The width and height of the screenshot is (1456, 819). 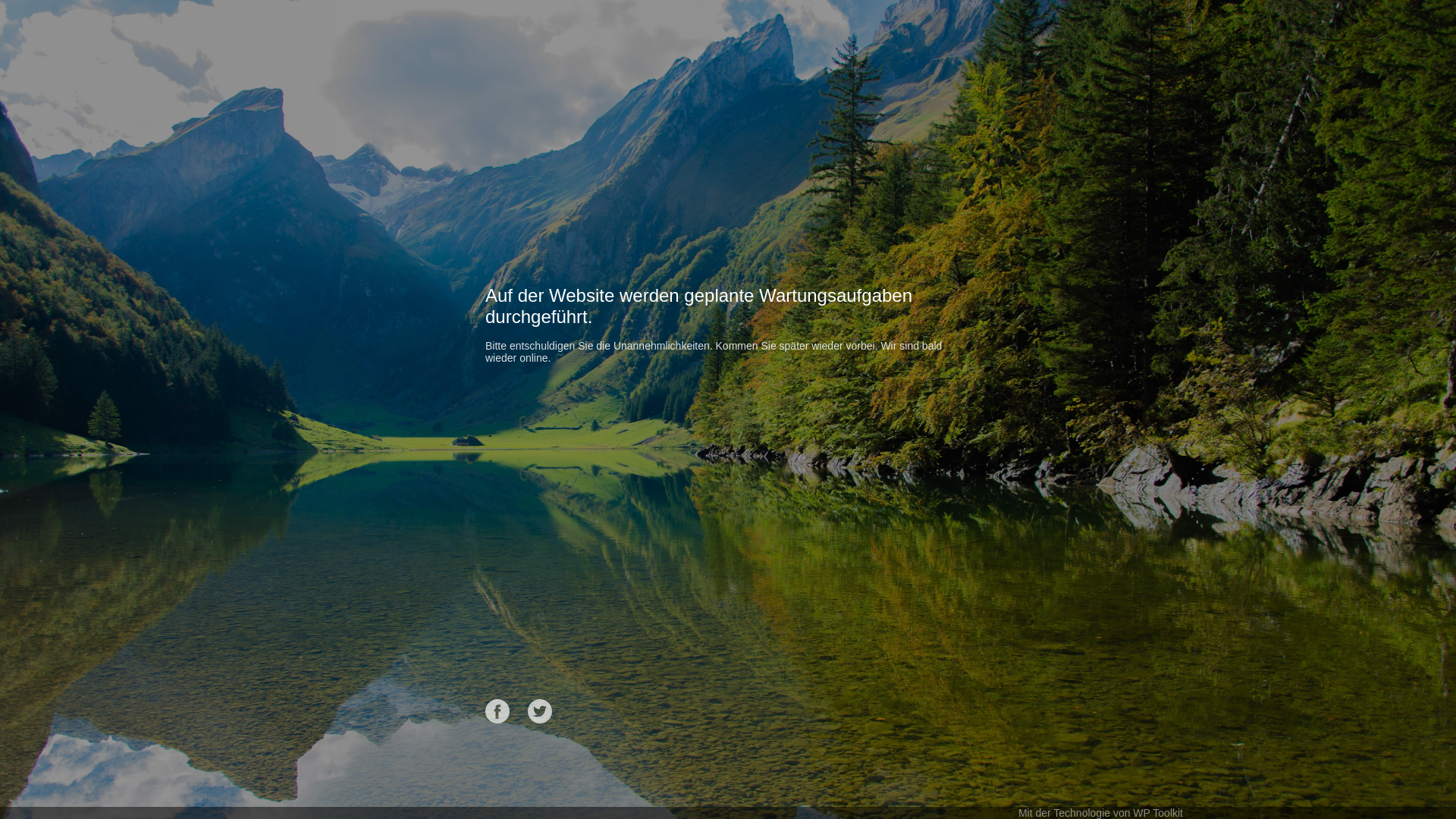 What do you see at coordinates (497, 711) in the screenshot?
I see `'Facebook'` at bounding box center [497, 711].